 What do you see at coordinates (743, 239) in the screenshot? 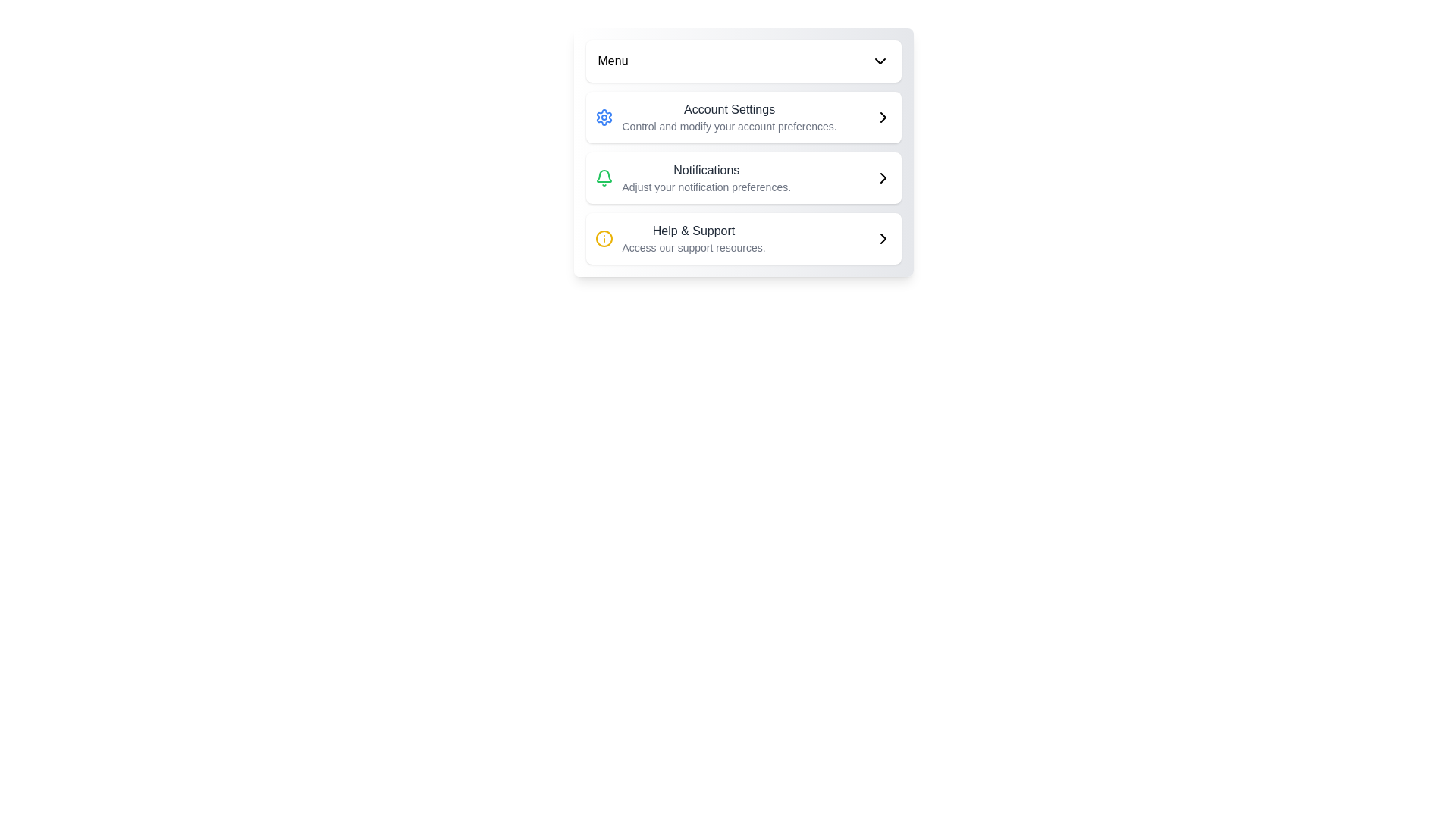
I see `the 'Help & Support' button element` at bounding box center [743, 239].